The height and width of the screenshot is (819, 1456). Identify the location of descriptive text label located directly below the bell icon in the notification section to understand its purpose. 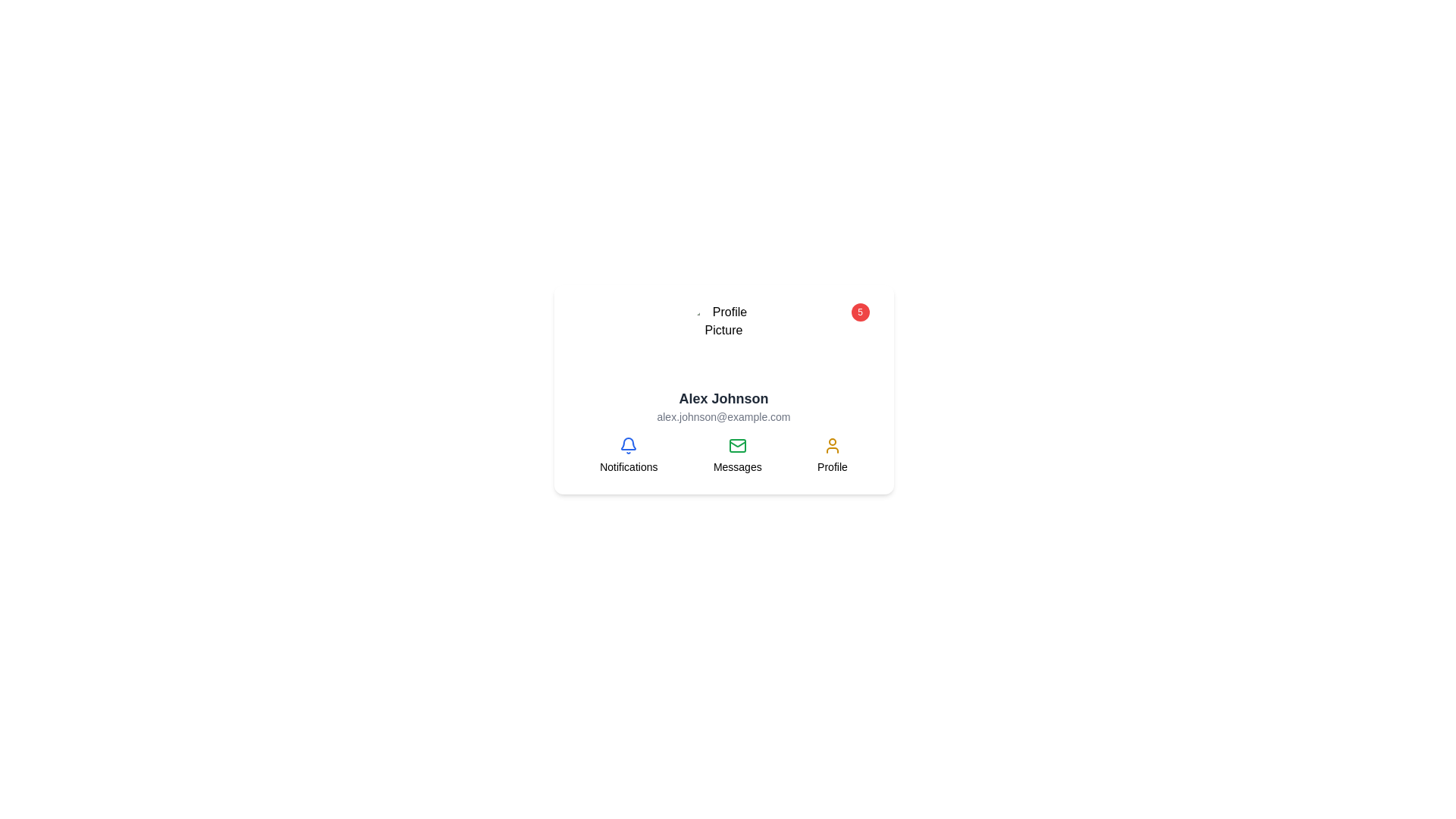
(629, 466).